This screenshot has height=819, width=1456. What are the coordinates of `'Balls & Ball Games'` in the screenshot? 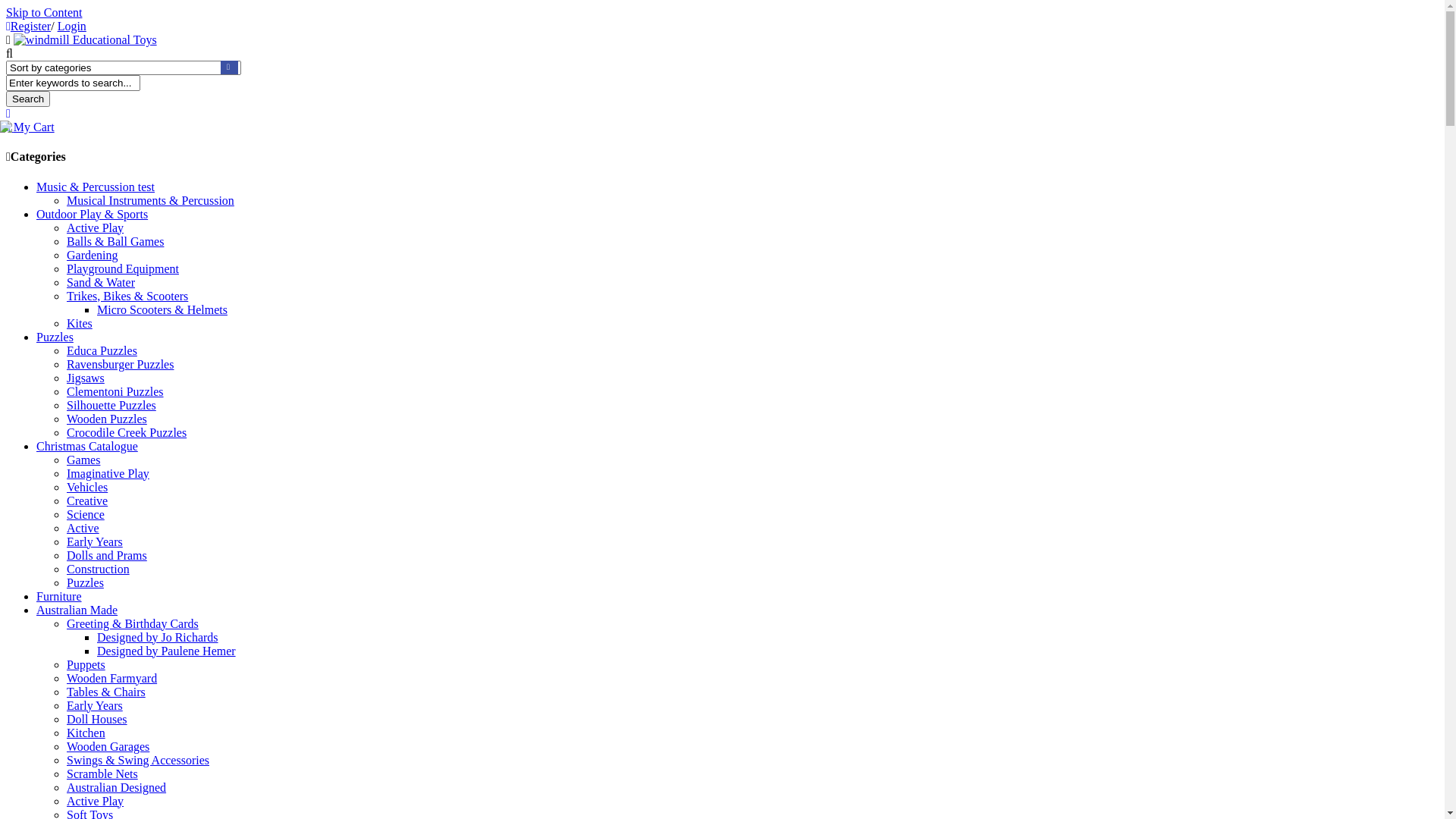 It's located at (115, 240).